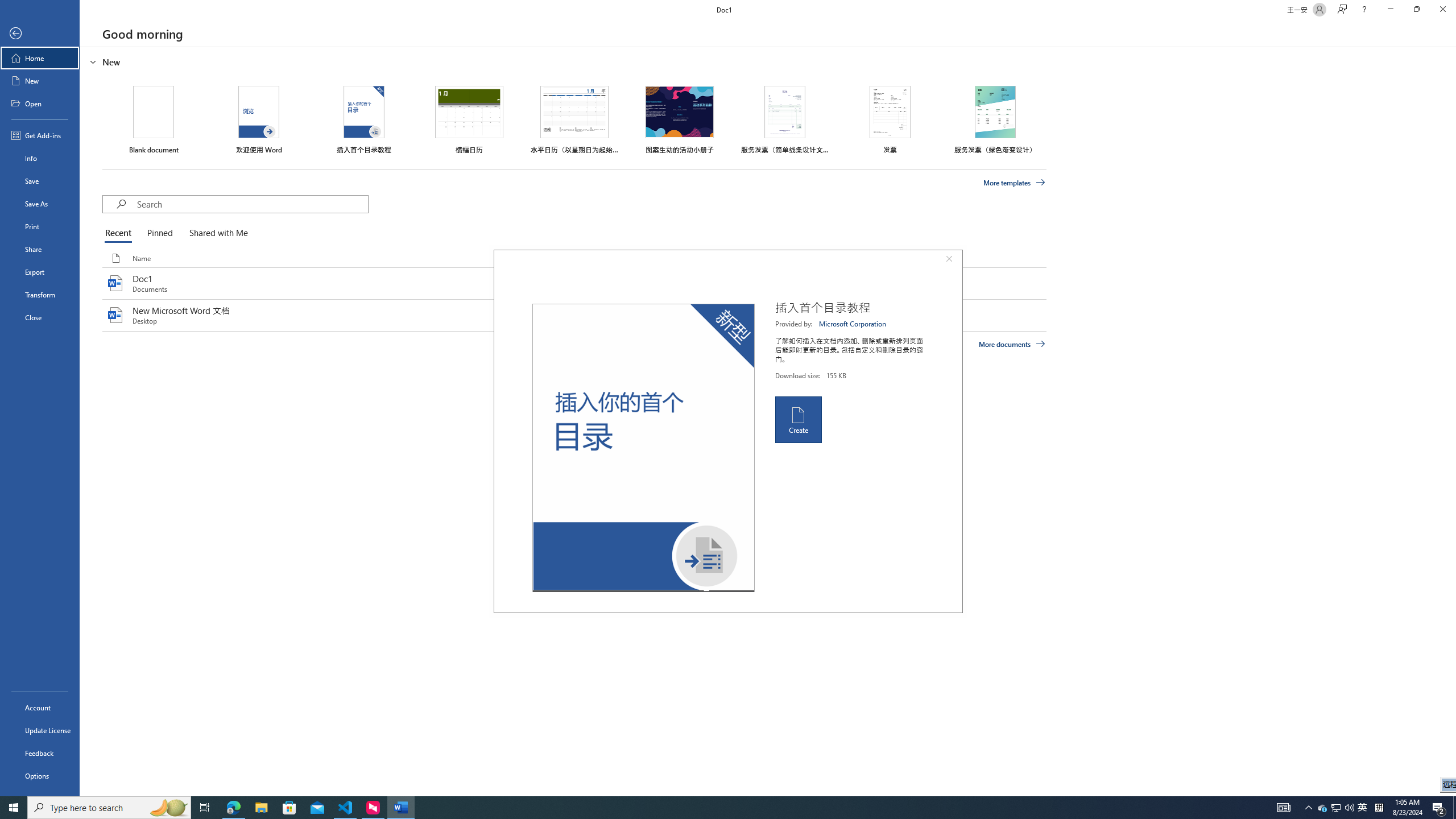 This screenshot has width=1456, height=819. What do you see at coordinates (39, 730) in the screenshot?
I see `'Update License'` at bounding box center [39, 730].